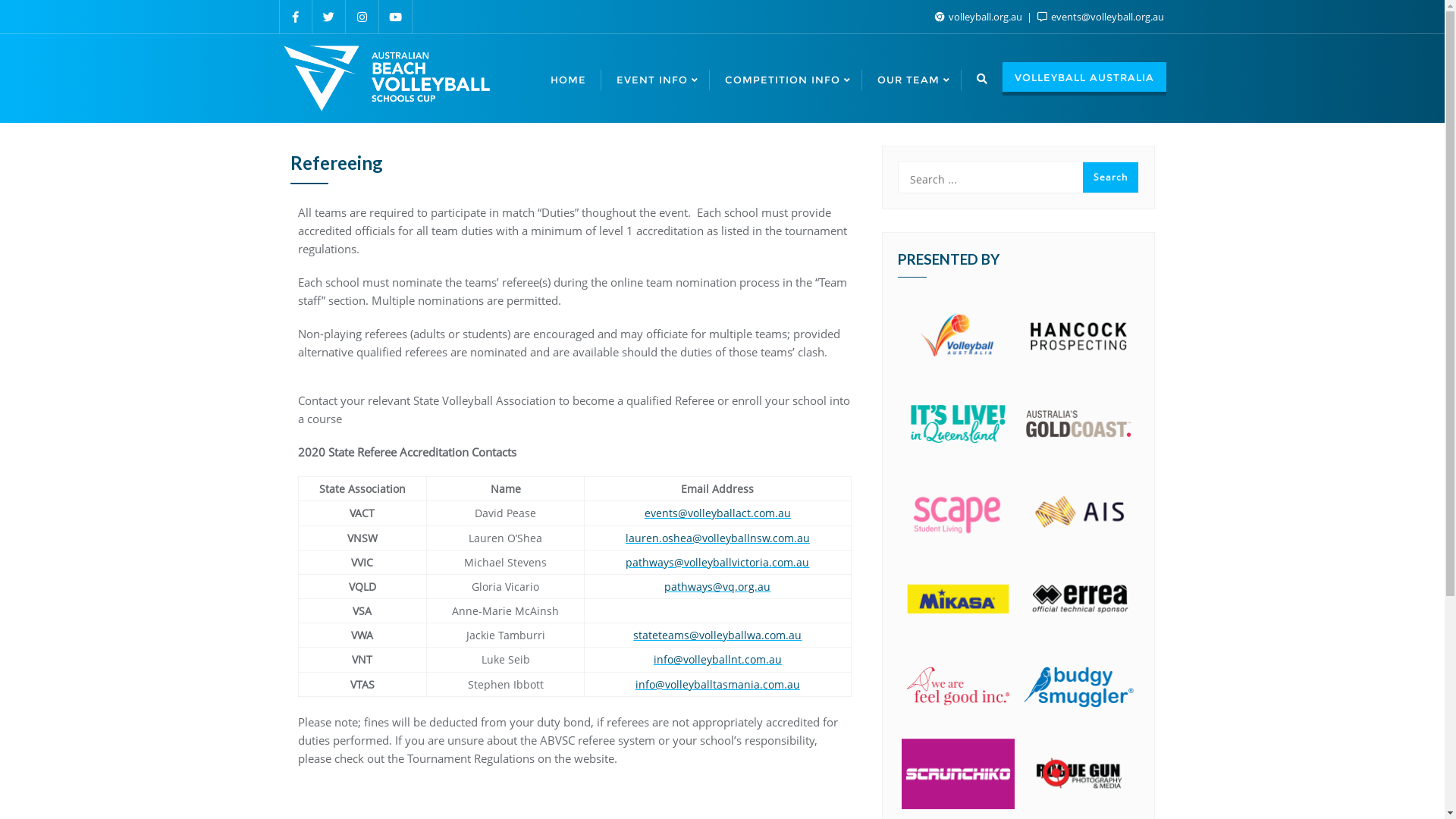  I want to click on 'Search', so click(1110, 177).